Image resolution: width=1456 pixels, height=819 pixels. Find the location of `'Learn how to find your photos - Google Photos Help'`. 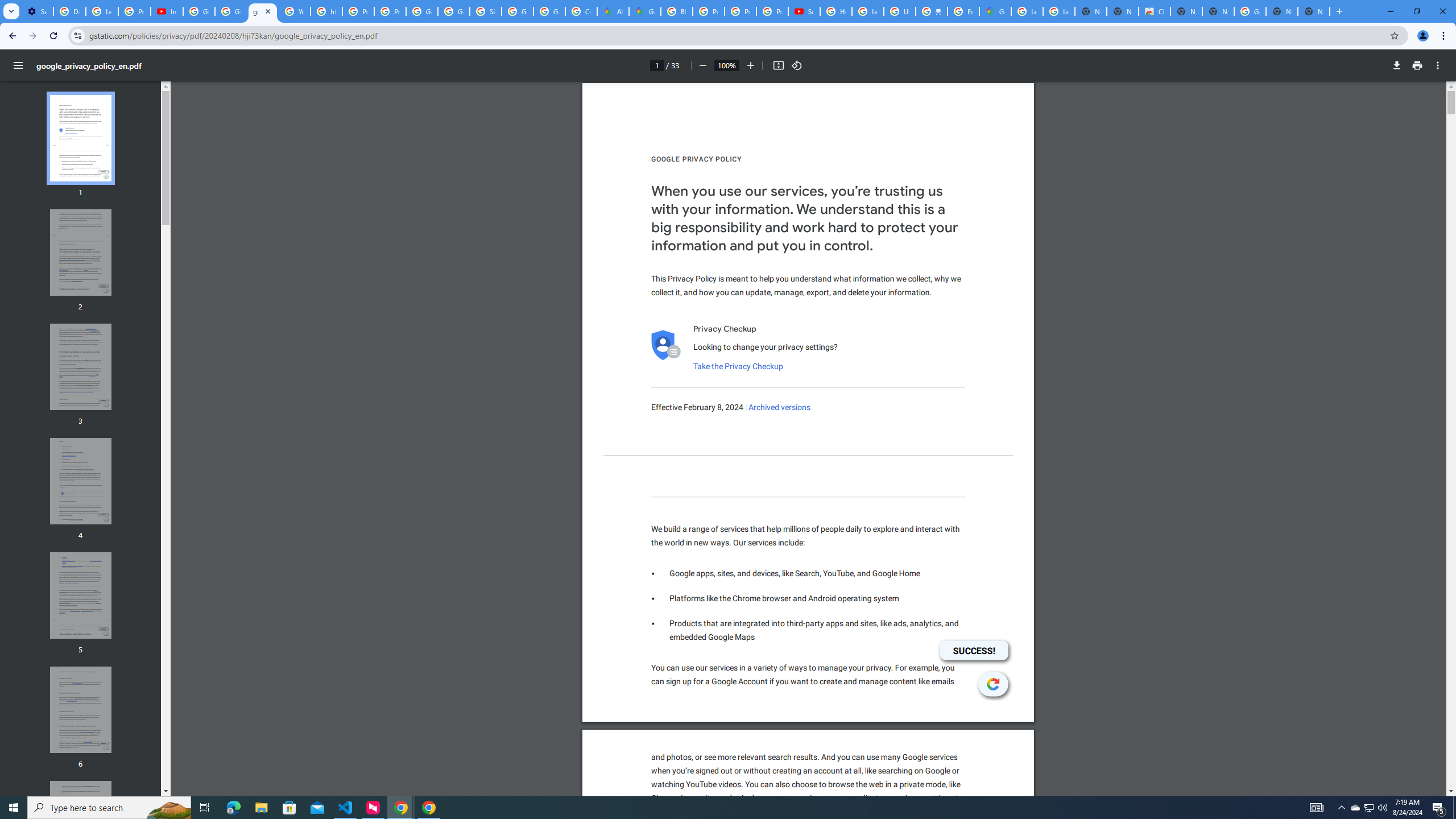

'Learn how to find your photos - Google Photos Help' is located at coordinates (102, 11).